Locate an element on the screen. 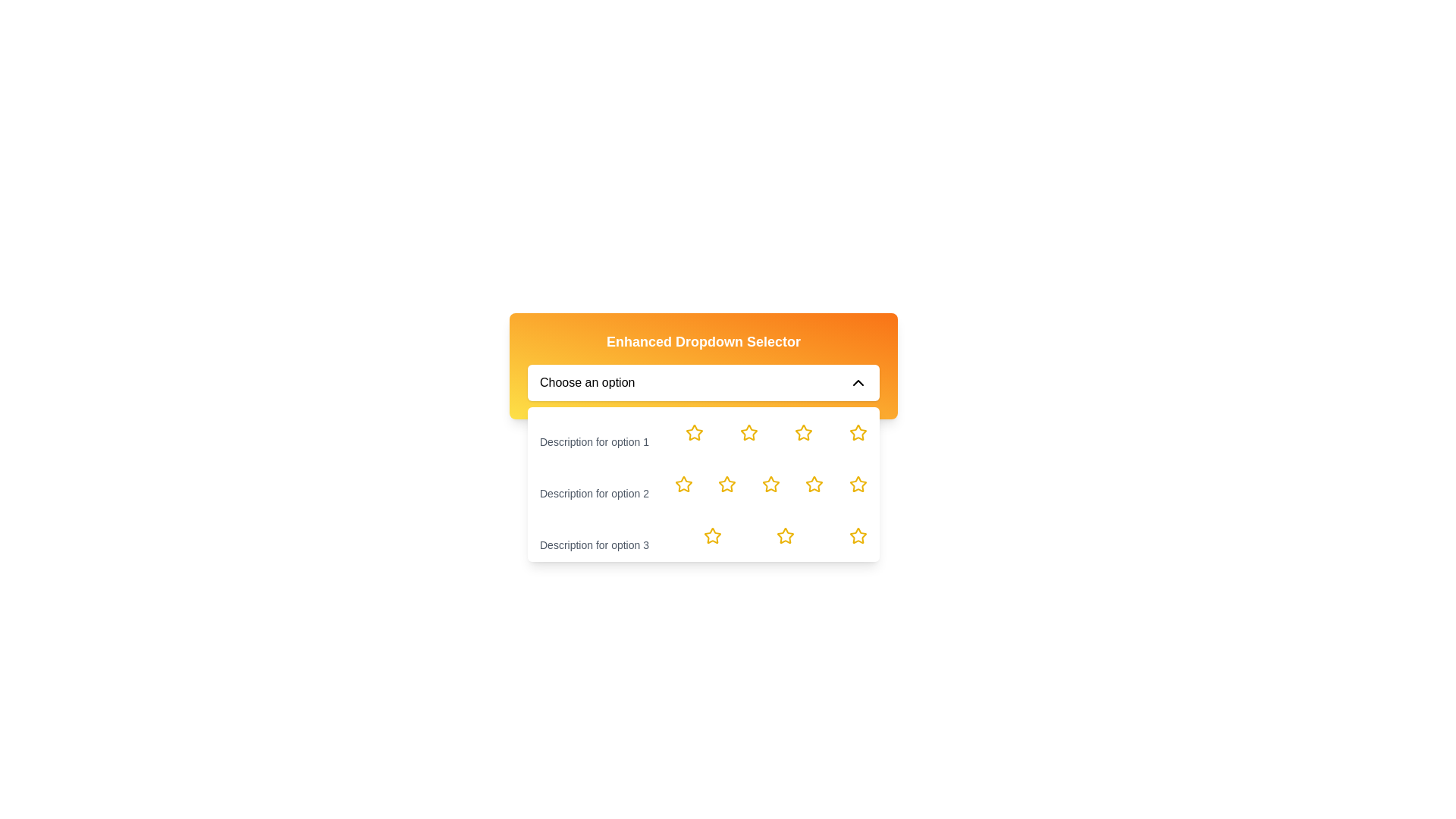 This screenshot has width=1456, height=819. the fifth star-shaped interactive SVG icon with a yellow outline, located under the text 'Description for option 2' is located at coordinates (814, 485).